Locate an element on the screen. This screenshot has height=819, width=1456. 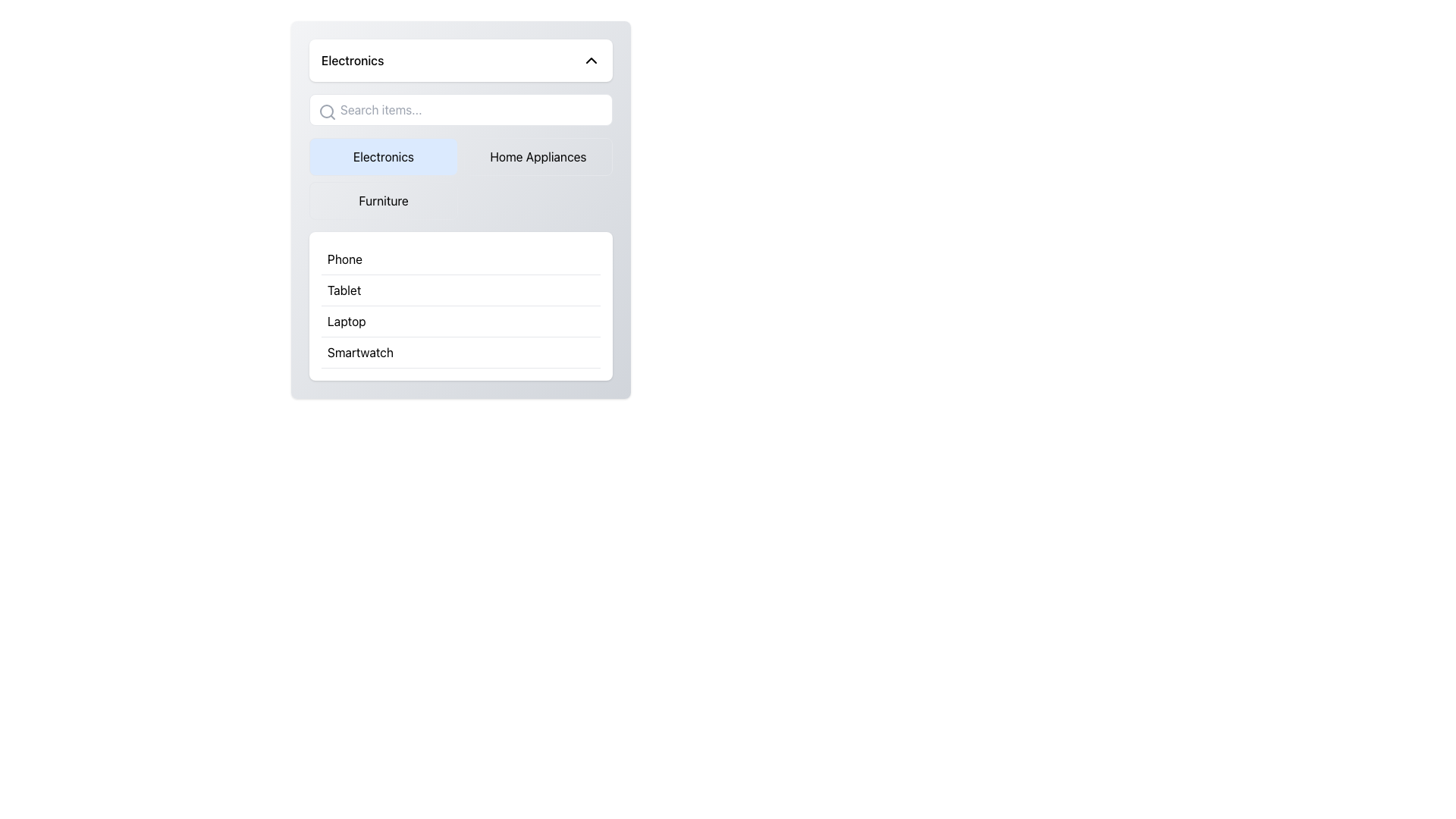
the clickable option in the electronics category list is located at coordinates (460, 237).